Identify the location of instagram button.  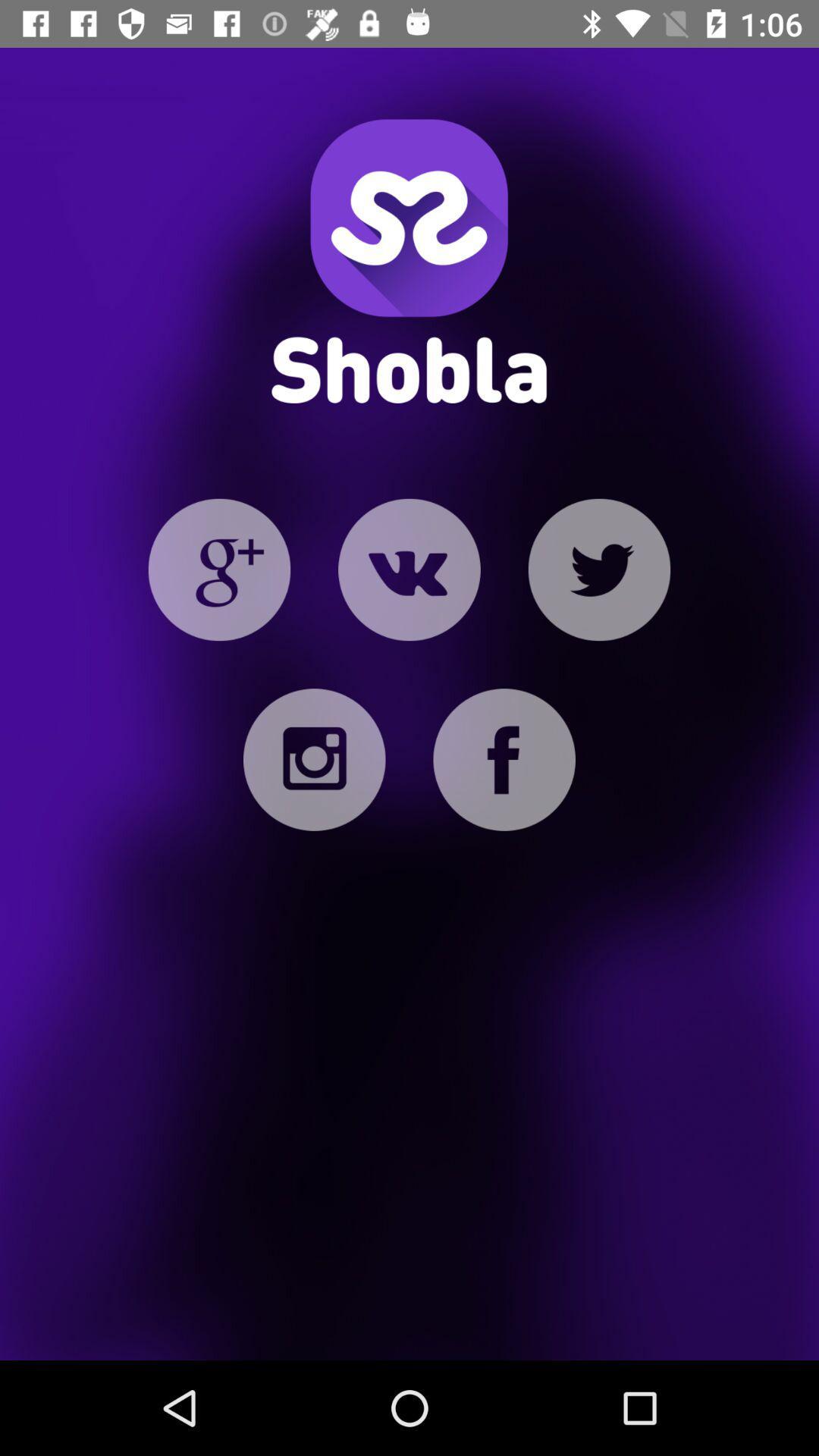
(313, 760).